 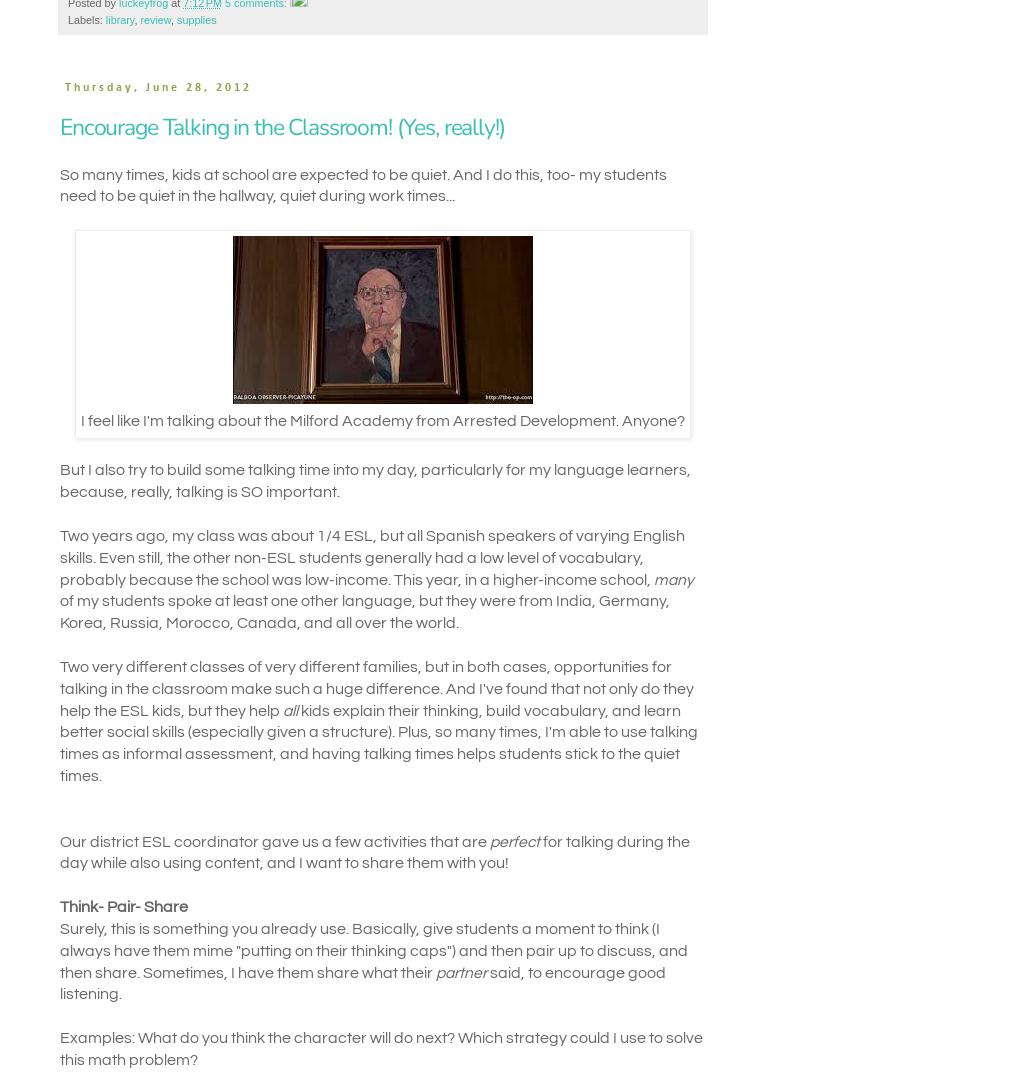 What do you see at coordinates (60, 850) in the screenshot?
I see `'for talking during the day while also using content, and I want to share them with you!'` at bounding box center [60, 850].